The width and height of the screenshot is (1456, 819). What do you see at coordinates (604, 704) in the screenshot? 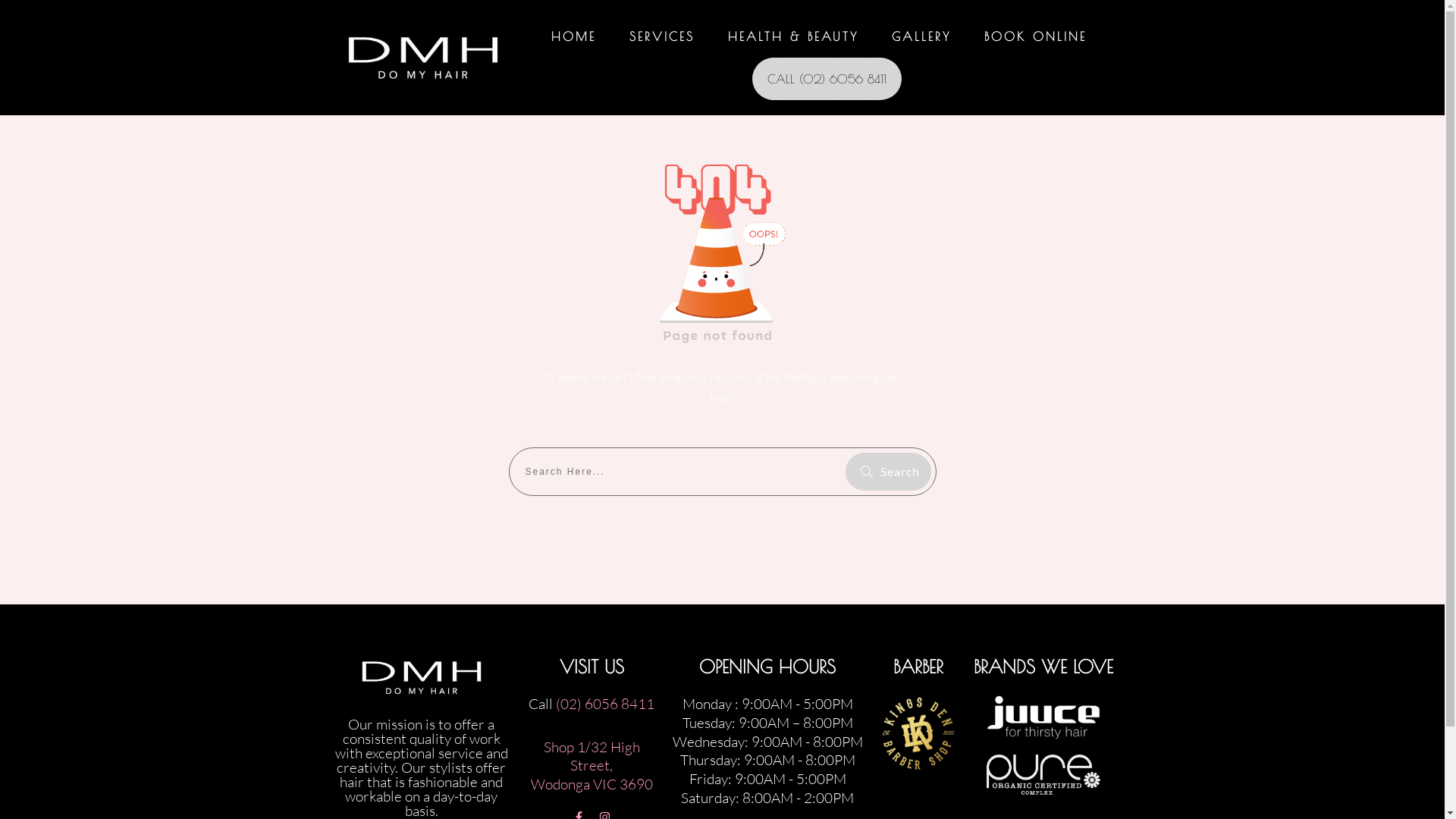
I see `'(02) 6056 8411'` at bounding box center [604, 704].